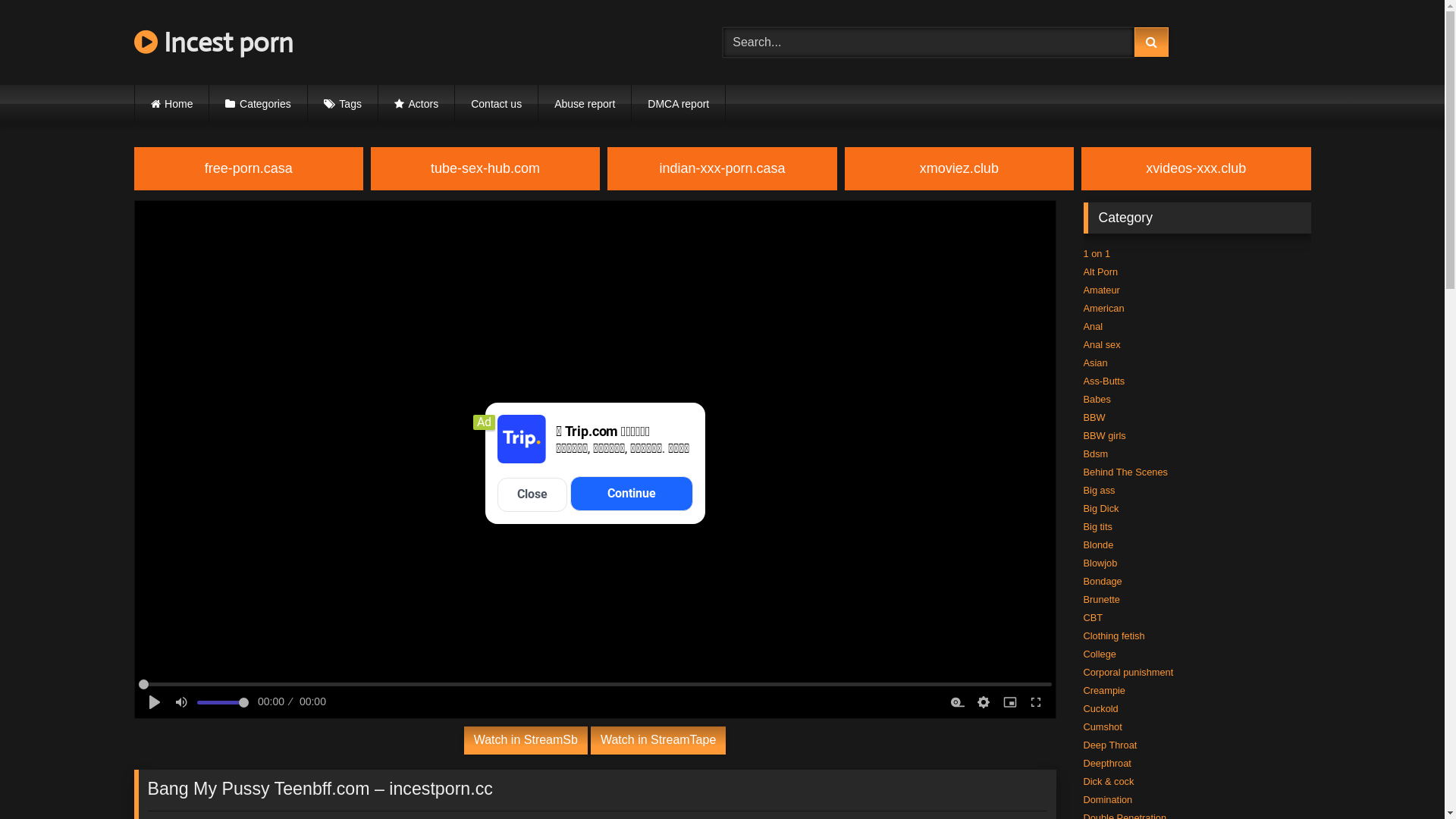 The width and height of the screenshot is (1456, 819). Describe the element at coordinates (526, 739) in the screenshot. I see `'Watch in StreamSb'` at that location.